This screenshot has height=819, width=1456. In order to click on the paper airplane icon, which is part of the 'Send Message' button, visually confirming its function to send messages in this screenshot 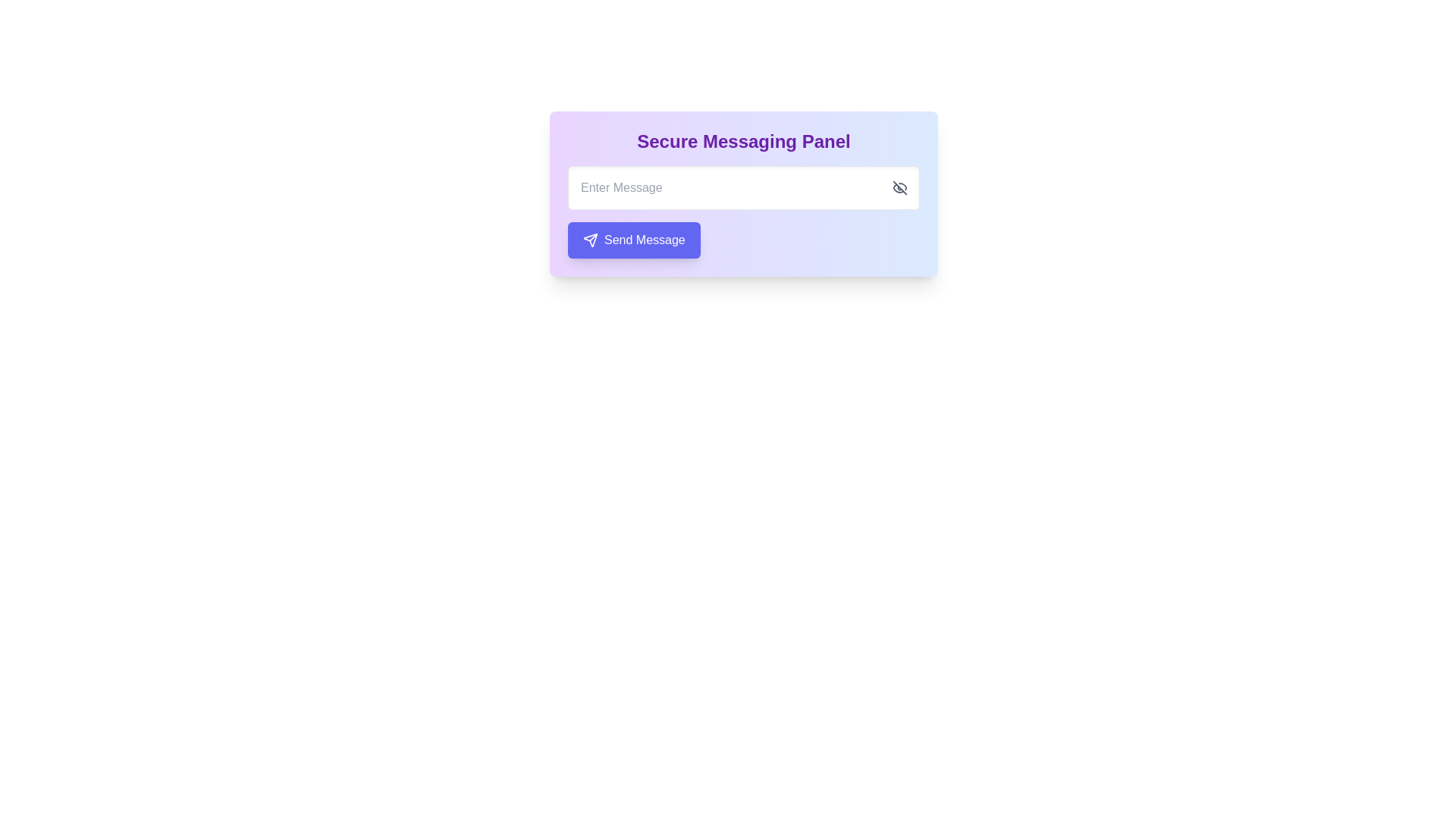, I will do `click(589, 239)`.